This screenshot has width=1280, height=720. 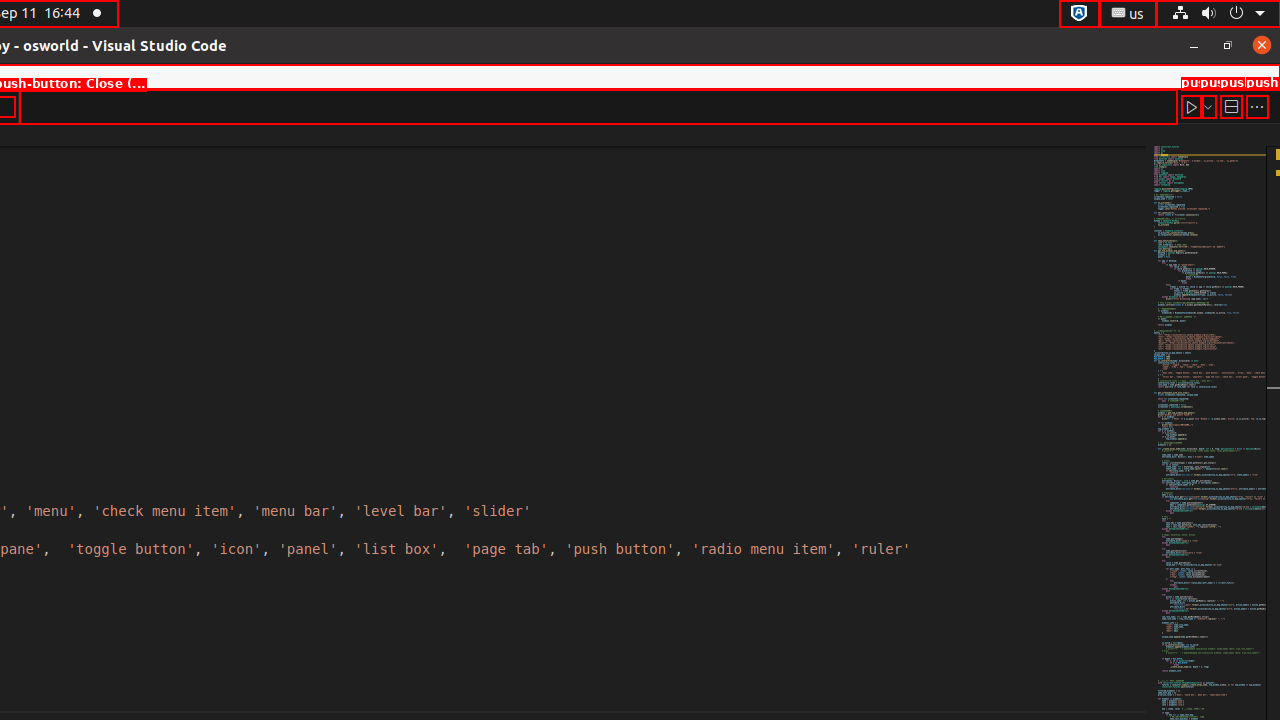 What do you see at coordinates (1229, 106) in the screenshot?
I see `'Split Editor Right (Ctrl+\) [Alt] Split Editor Down'` at bounding box center [1229, 106].